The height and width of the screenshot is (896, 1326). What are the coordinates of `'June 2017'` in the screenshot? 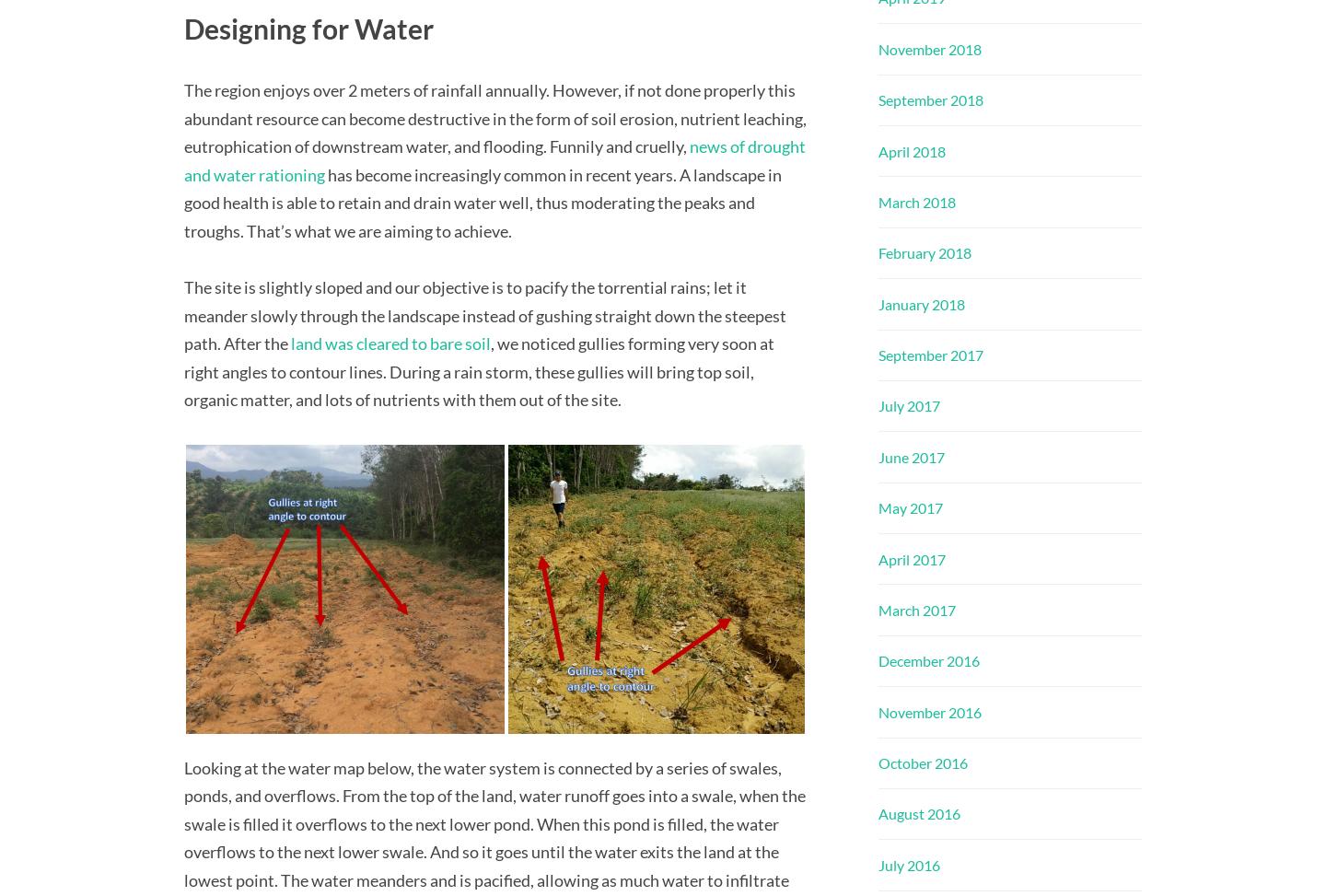 It's located at (911, 455).